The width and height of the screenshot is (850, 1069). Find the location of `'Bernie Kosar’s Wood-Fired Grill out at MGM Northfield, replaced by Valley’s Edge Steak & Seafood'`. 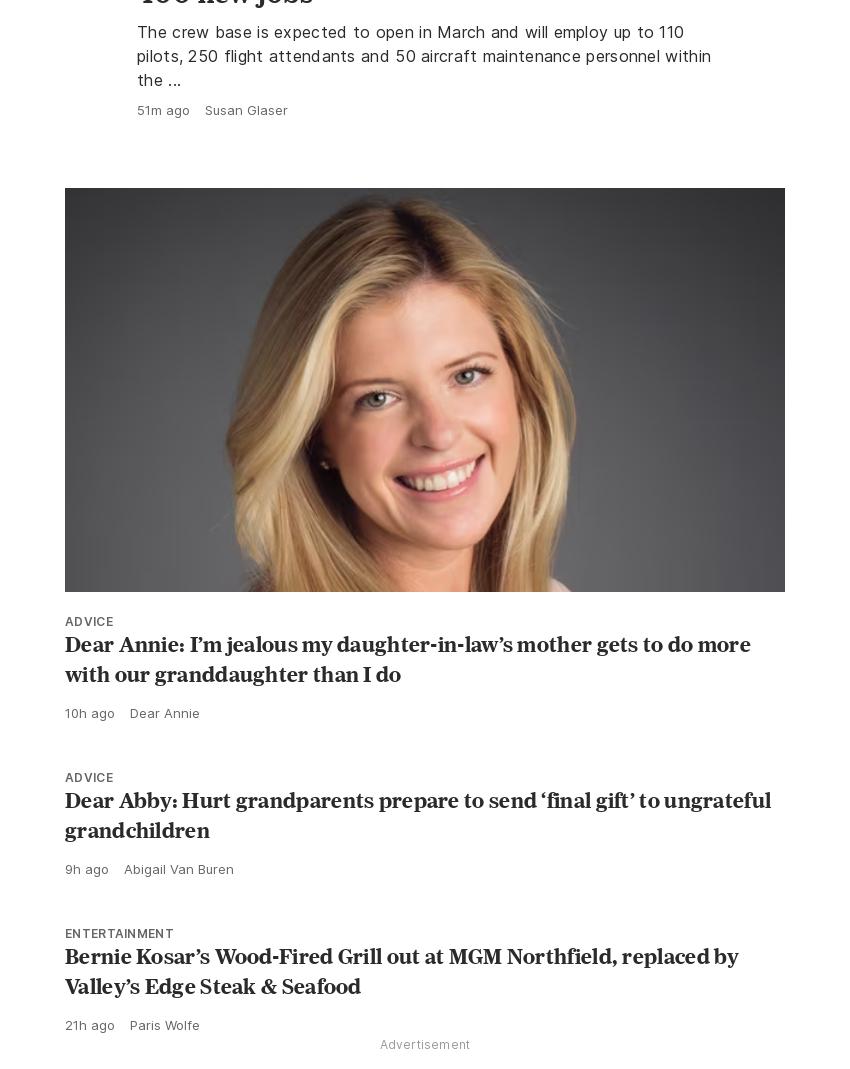

'Bernie Kosar’s Wood-Fired Grill out at MGM Northfield, replaced by Valley’s Edge Steak & Seafood' is located at coordinates (401, 1015).